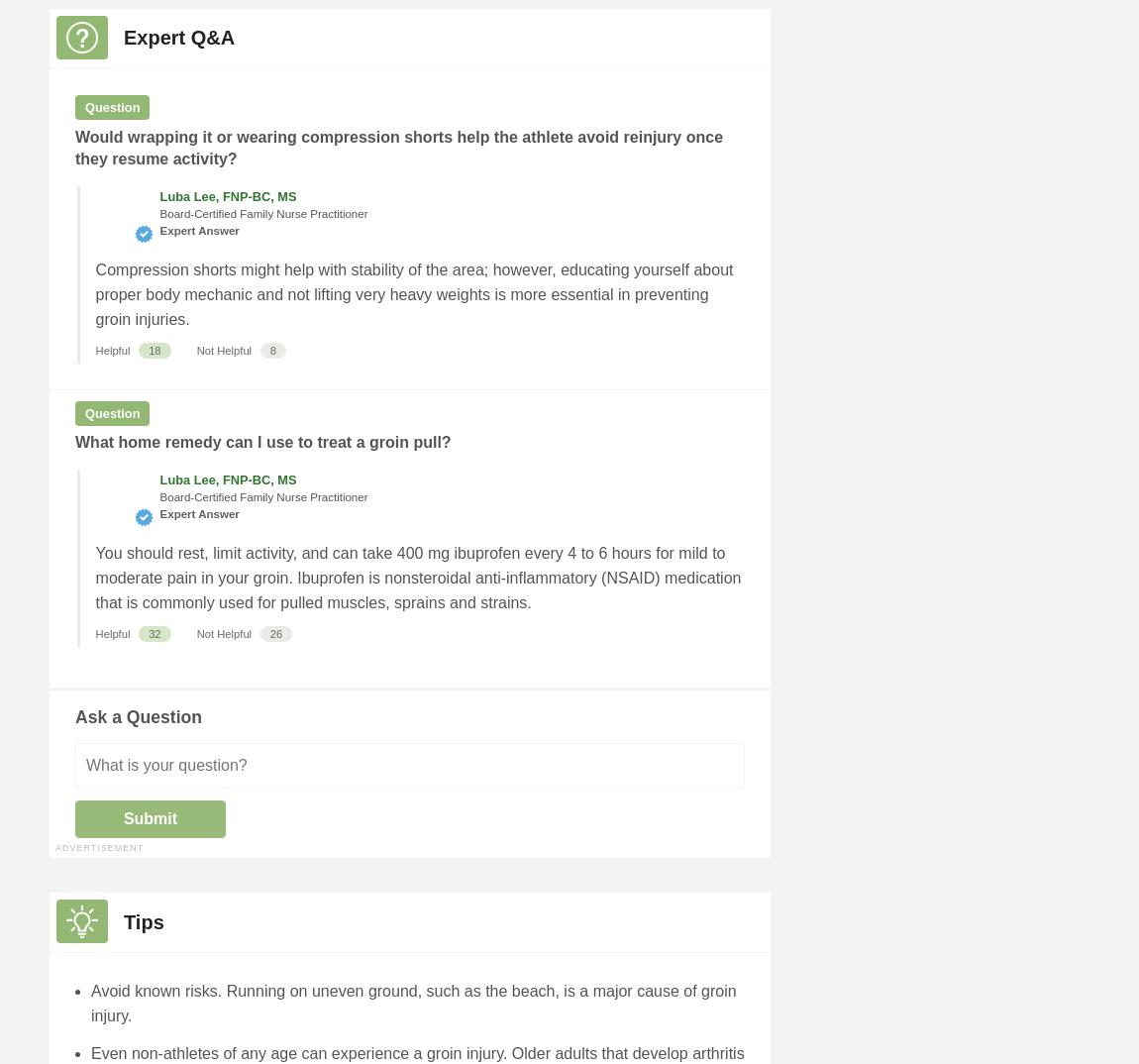  What do you see at coordinates (137, 716) in the screenshot?
I see `'Ask a Question'` at bounding box center [137, 716].